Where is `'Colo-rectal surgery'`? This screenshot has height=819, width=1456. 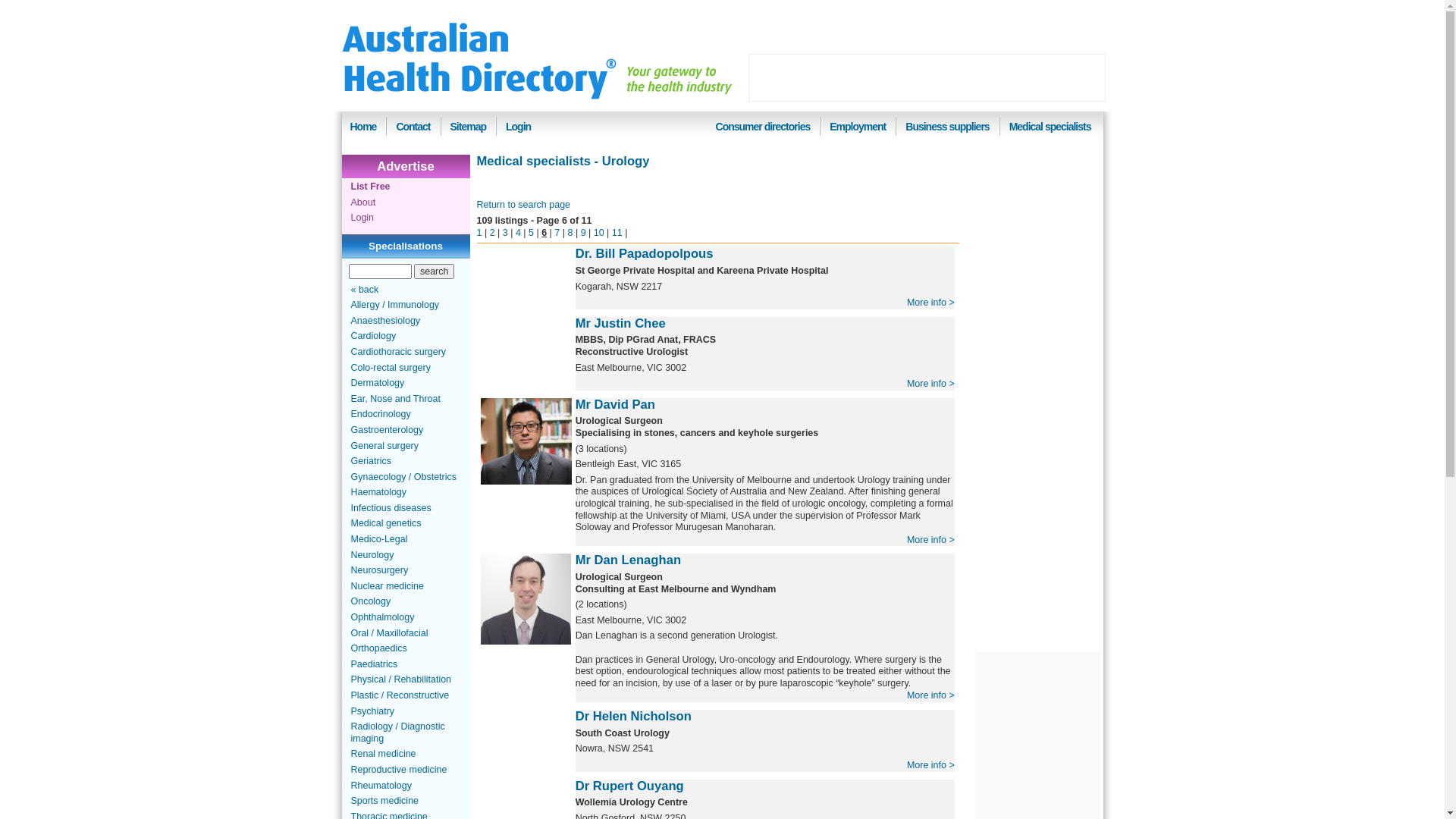 'Colo-rectal surgery' is located at coordinates (349, 368).